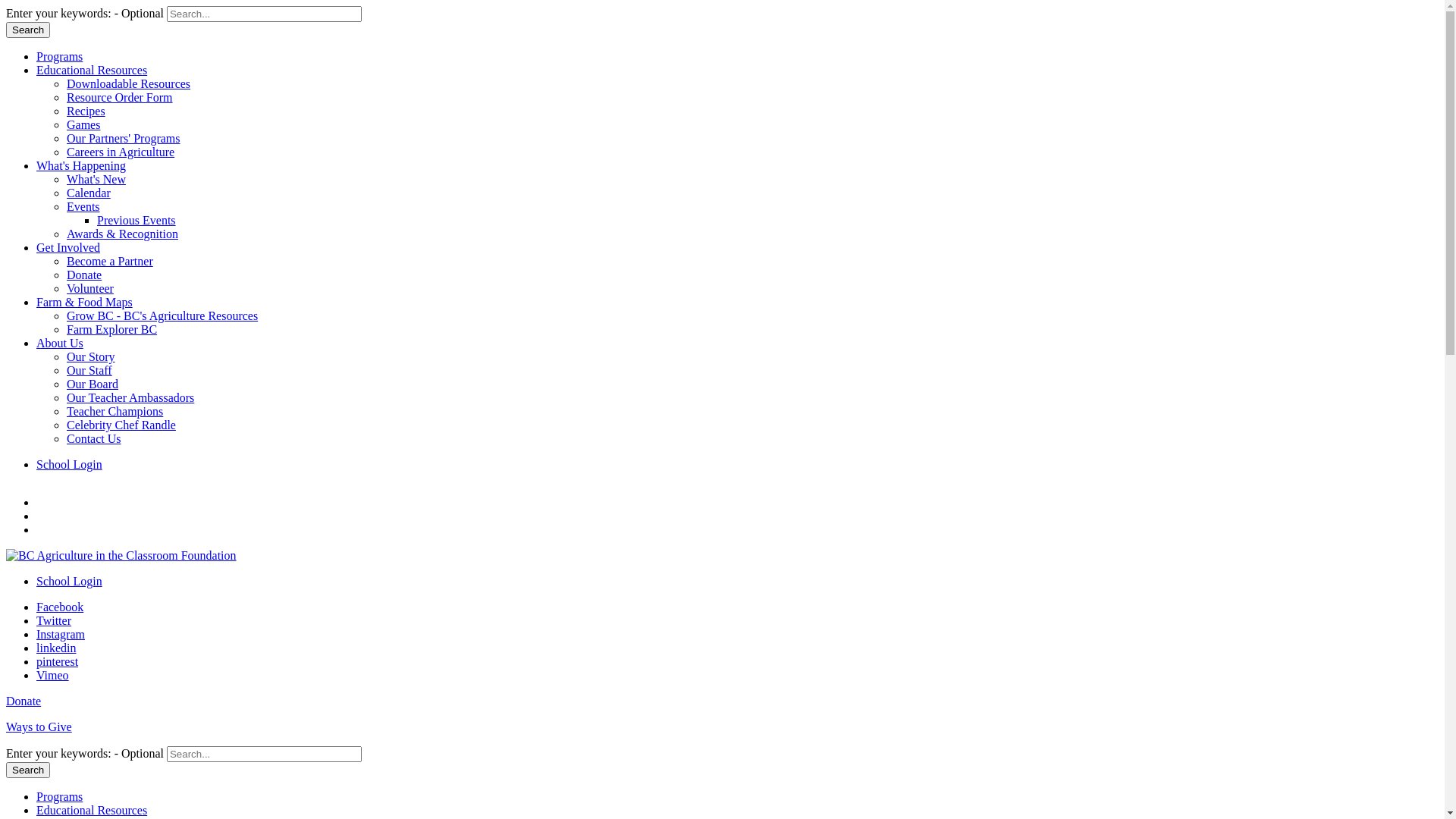 This screenshot has width=1456, height=819. Describe the element at coordinates (6, 6) in the screenshot. I see `'Skip to main content'` at that location.